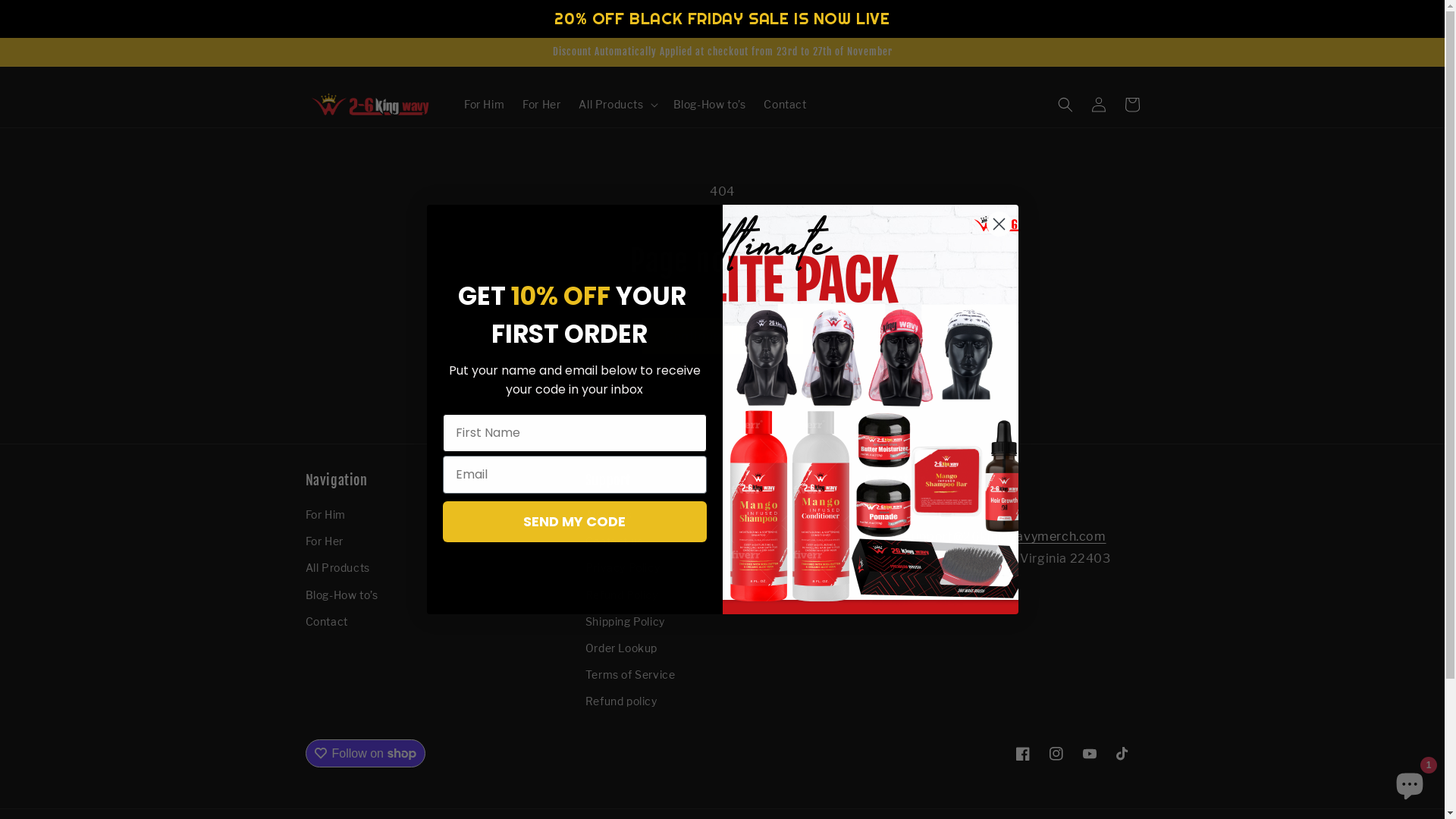 This screenshot has width=1456, height=819. I want to click on 'Email: support@26kingwavymerch.com', so click(985, 535).